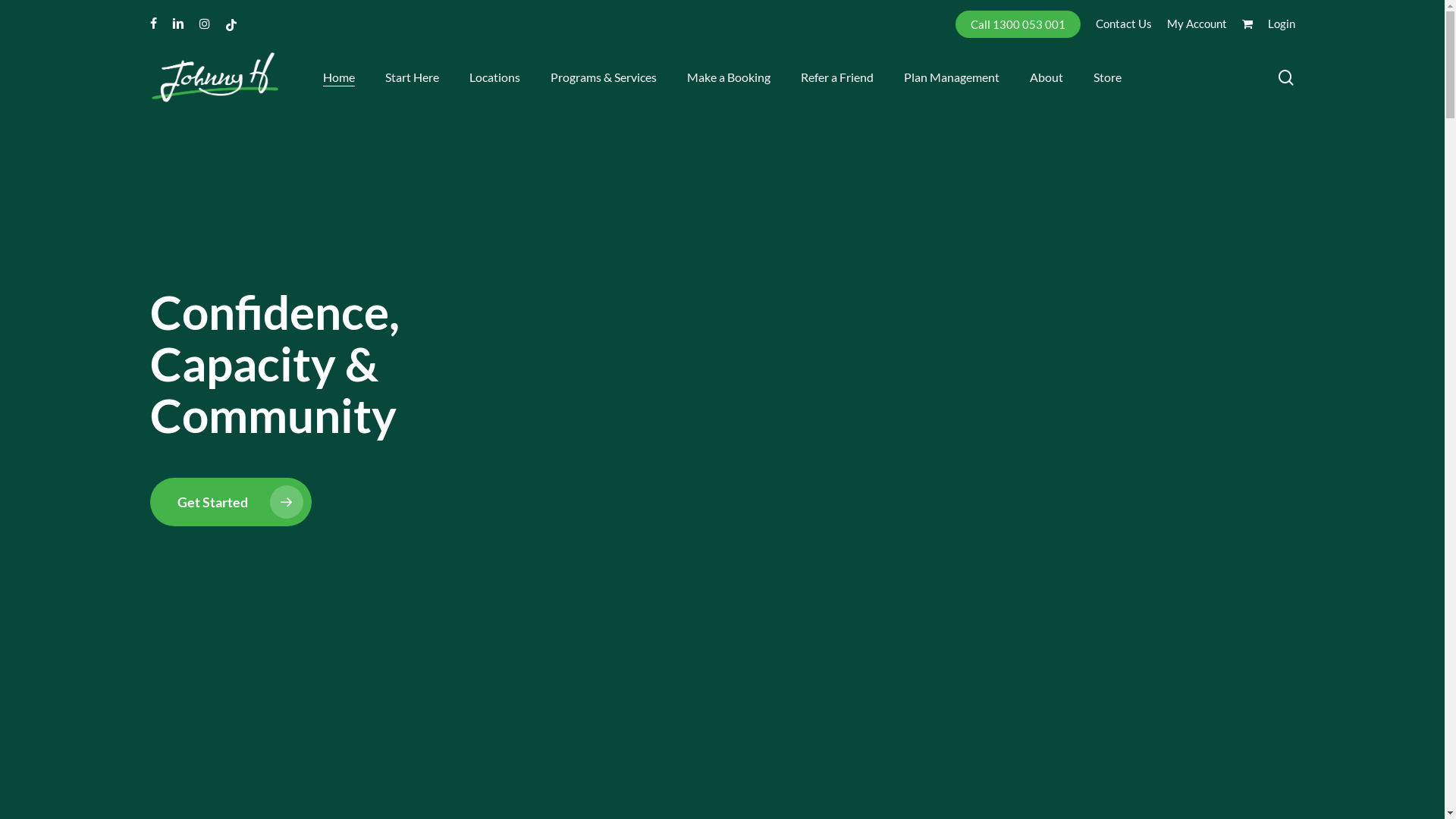  I want to click on 'search', so click(1285, 77).